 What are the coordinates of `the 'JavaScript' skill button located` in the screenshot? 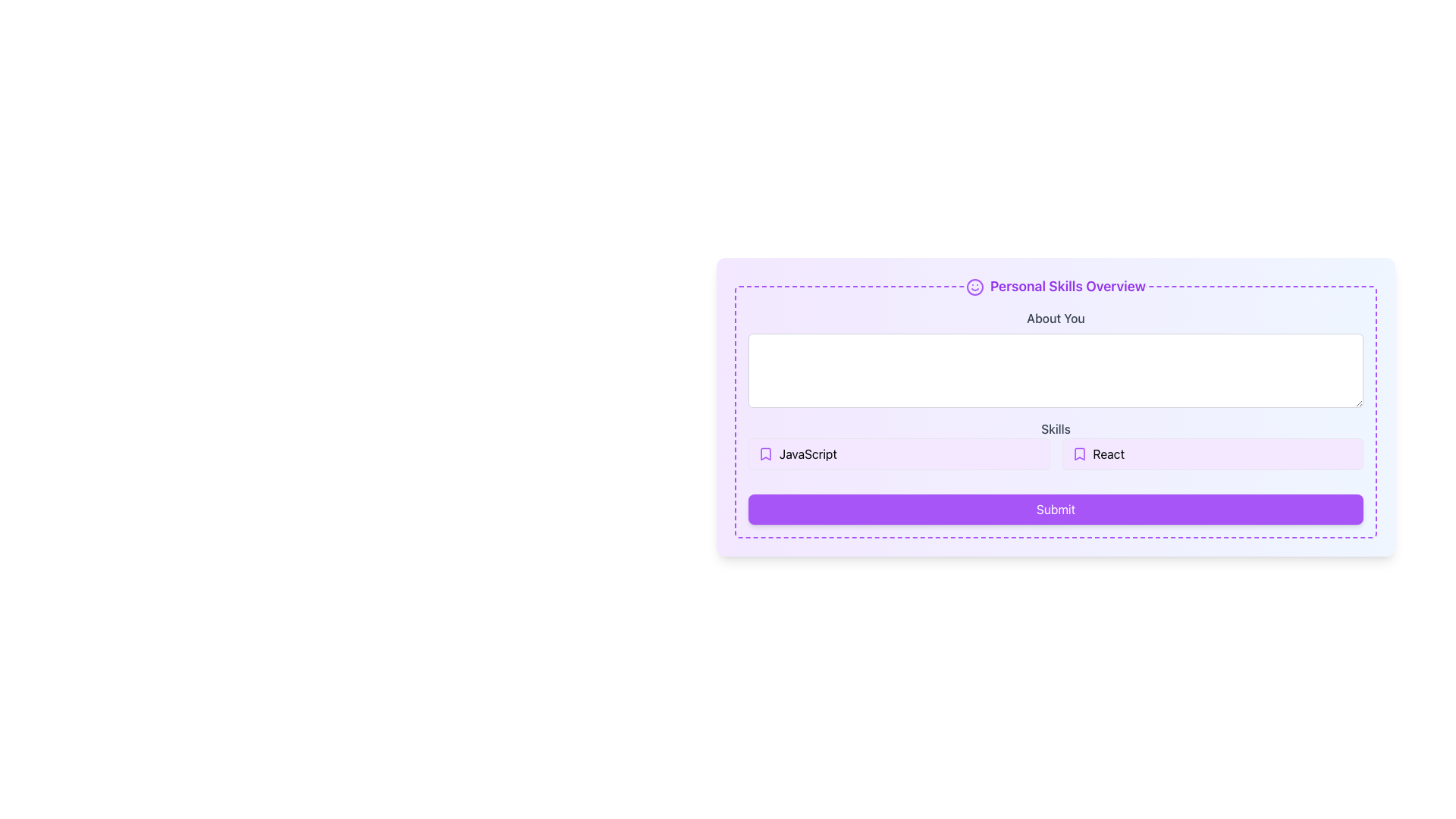 It's located at (899, 453).